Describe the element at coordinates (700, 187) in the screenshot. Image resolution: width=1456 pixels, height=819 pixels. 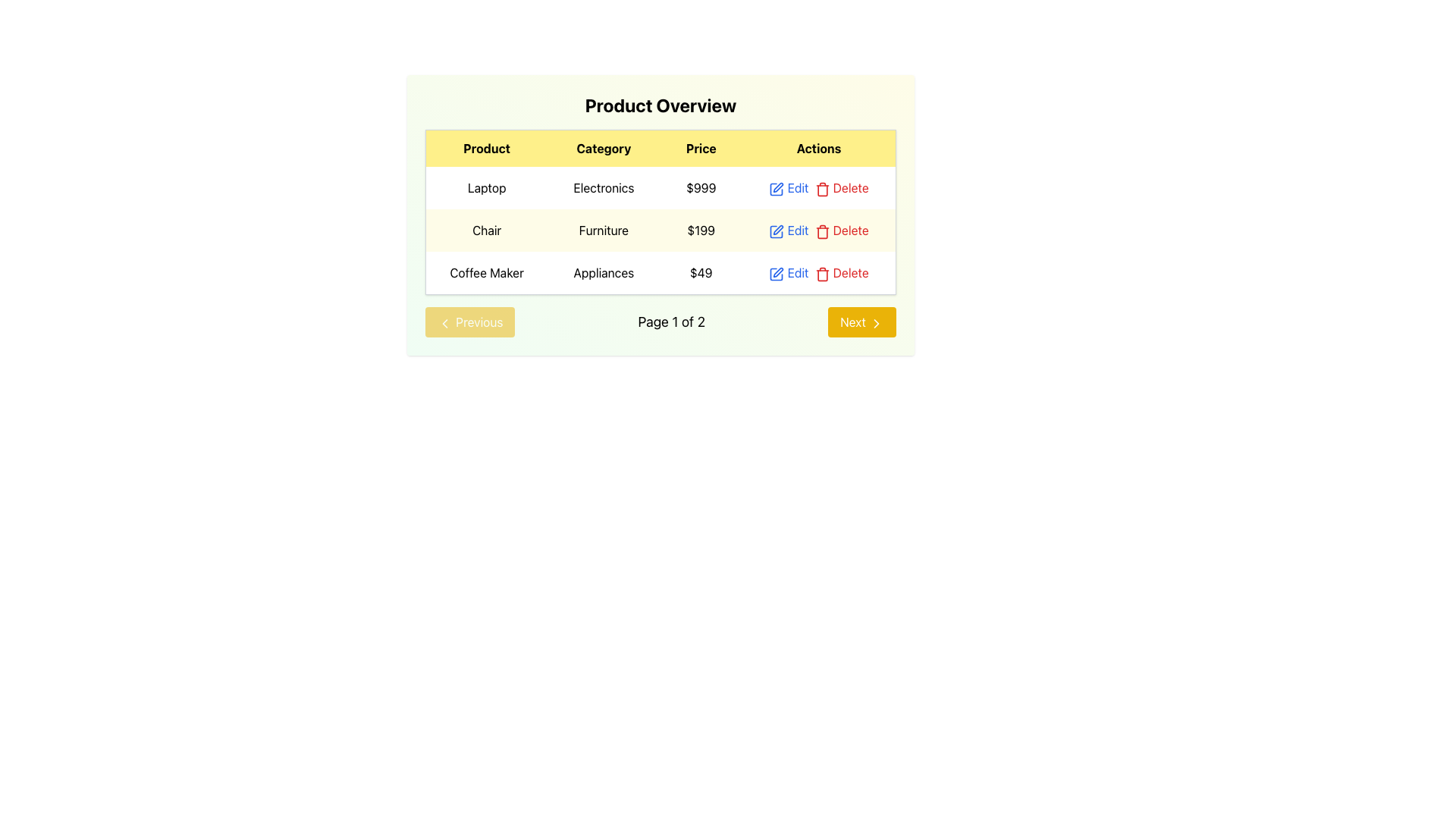
I see `the text label displaying '$999' in the table under the 'Price' column, representing the price of the 'Laptop' product in the 'Product Overview'` at that location.